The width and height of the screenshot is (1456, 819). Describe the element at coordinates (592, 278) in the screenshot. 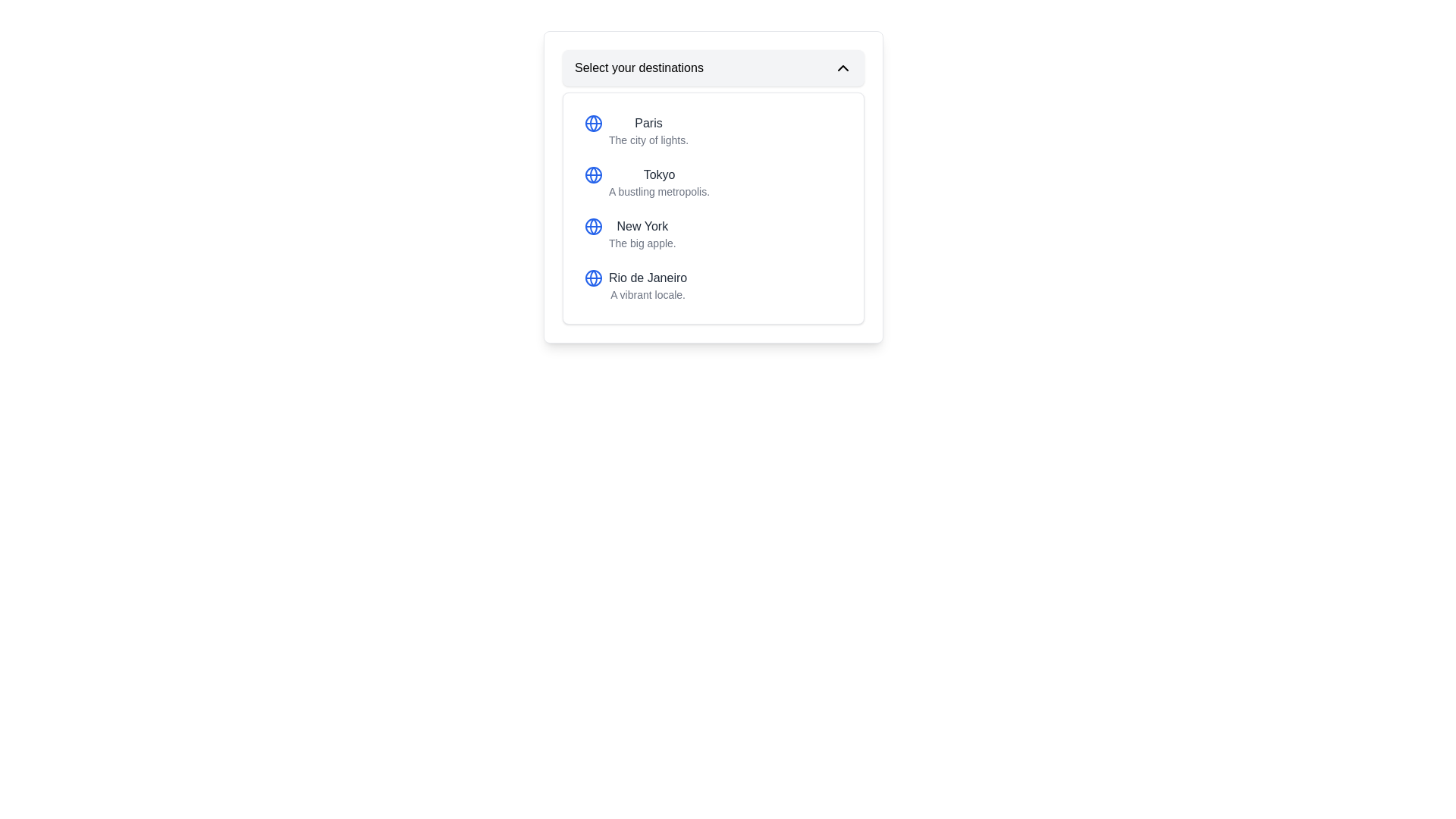

I see `the 'Globe' icon located to the left of the text label 'Rio de Janeiro', which is the fourth item in a vertical list of destinations` at that location.